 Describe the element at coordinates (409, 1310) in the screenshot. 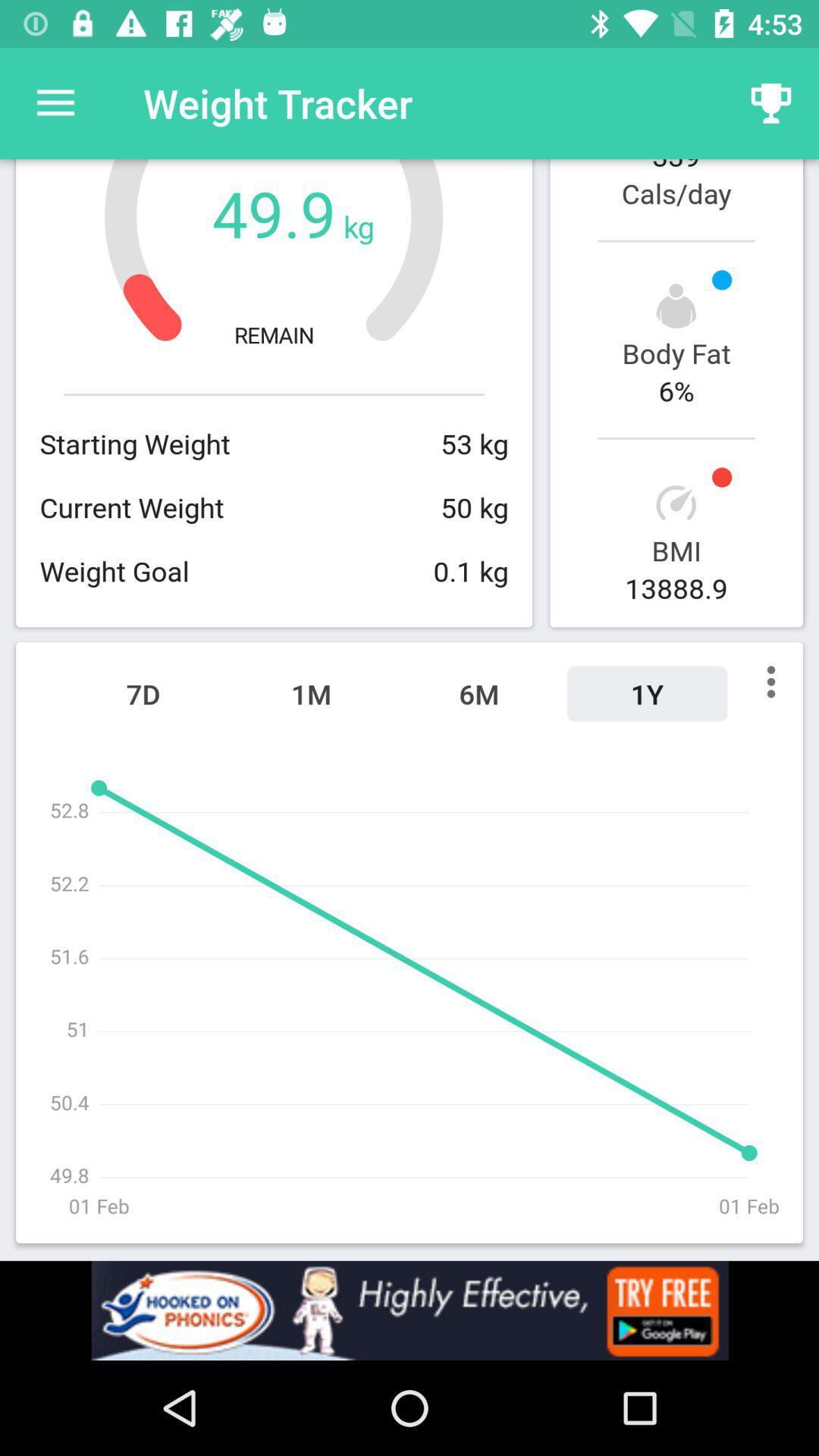

I see `its an advertisement` at that location.